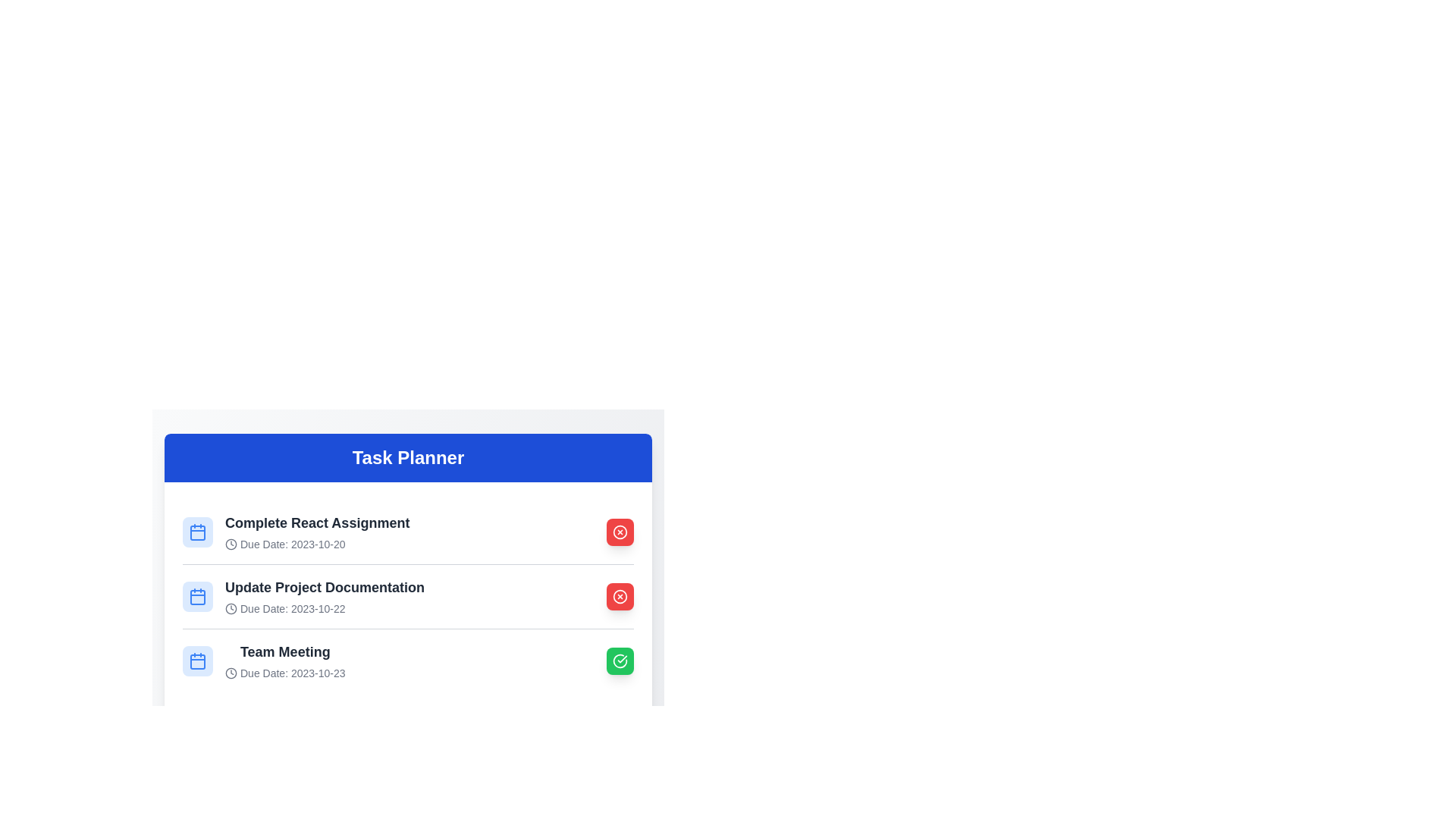  What do you see at coordinates (264, 660) in the screenshot?
I see `the third task item in the Task Planner section, which displays an individual task along with its due date, located below 'Complete React Assignment' and 'Update Project Documentation'` at bounding box center [264, 660].